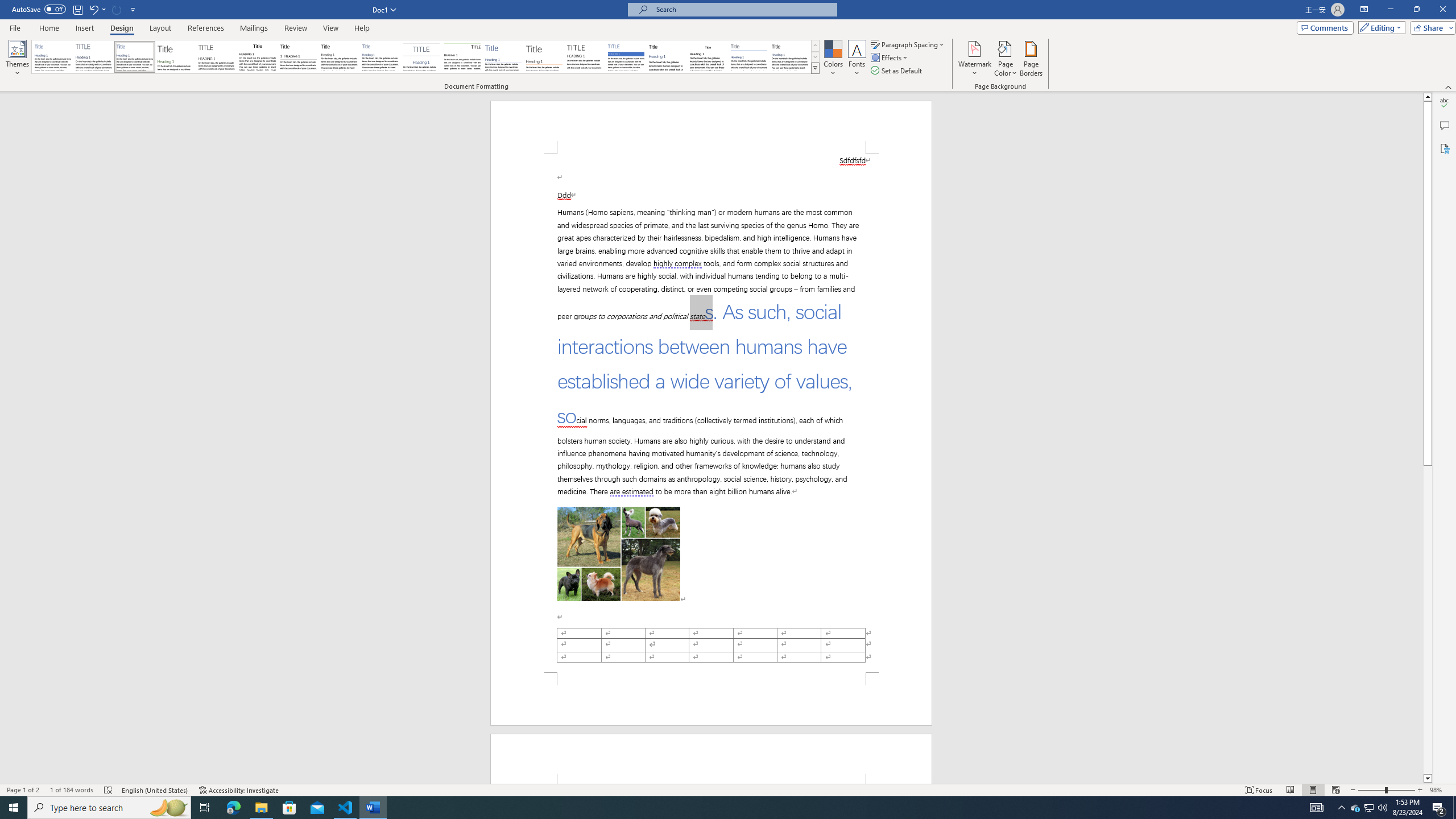 Image resolution: width=1456 pixels, height=819 pixels. I want to click on 'Colors', so click(832, 59).